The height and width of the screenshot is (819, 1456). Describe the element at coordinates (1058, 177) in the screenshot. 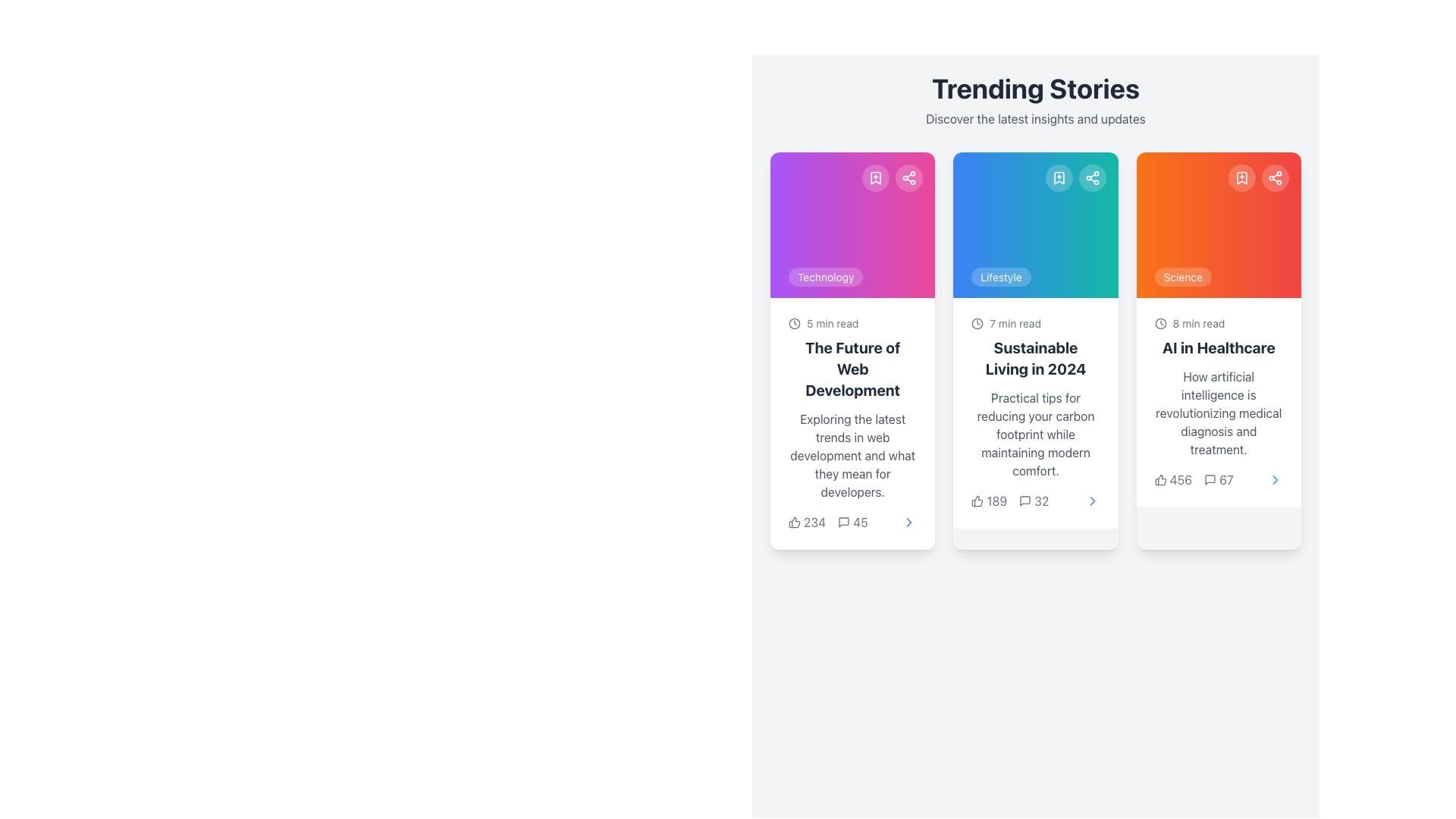

I see `the bookmark icon button with a plus sign located in the top-right corner of the 'Sustainable Living in 2024' card` at that location.